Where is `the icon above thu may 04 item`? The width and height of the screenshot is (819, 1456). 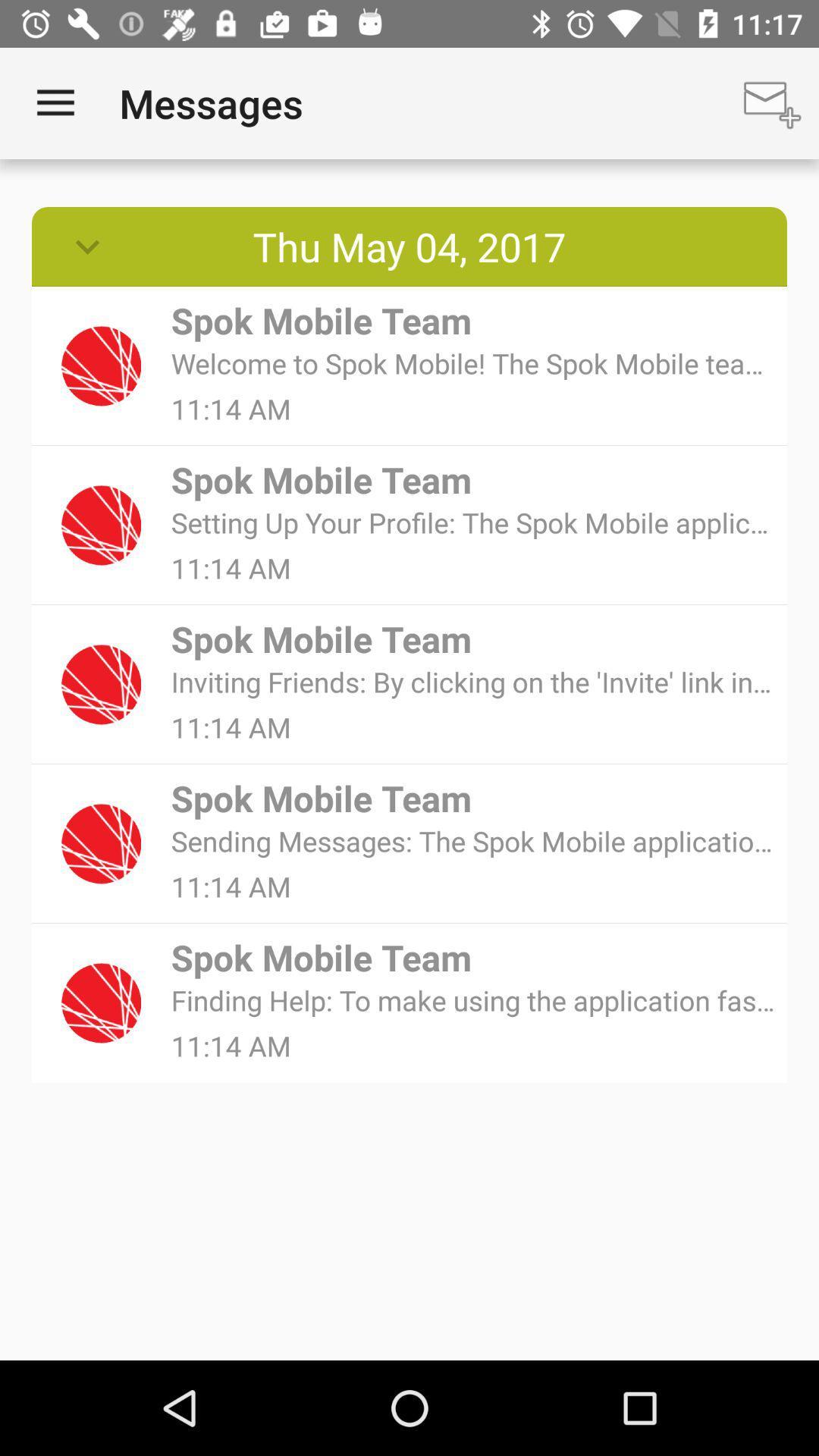 the icon above thu may 04 item is located at coordinates (55, 102).